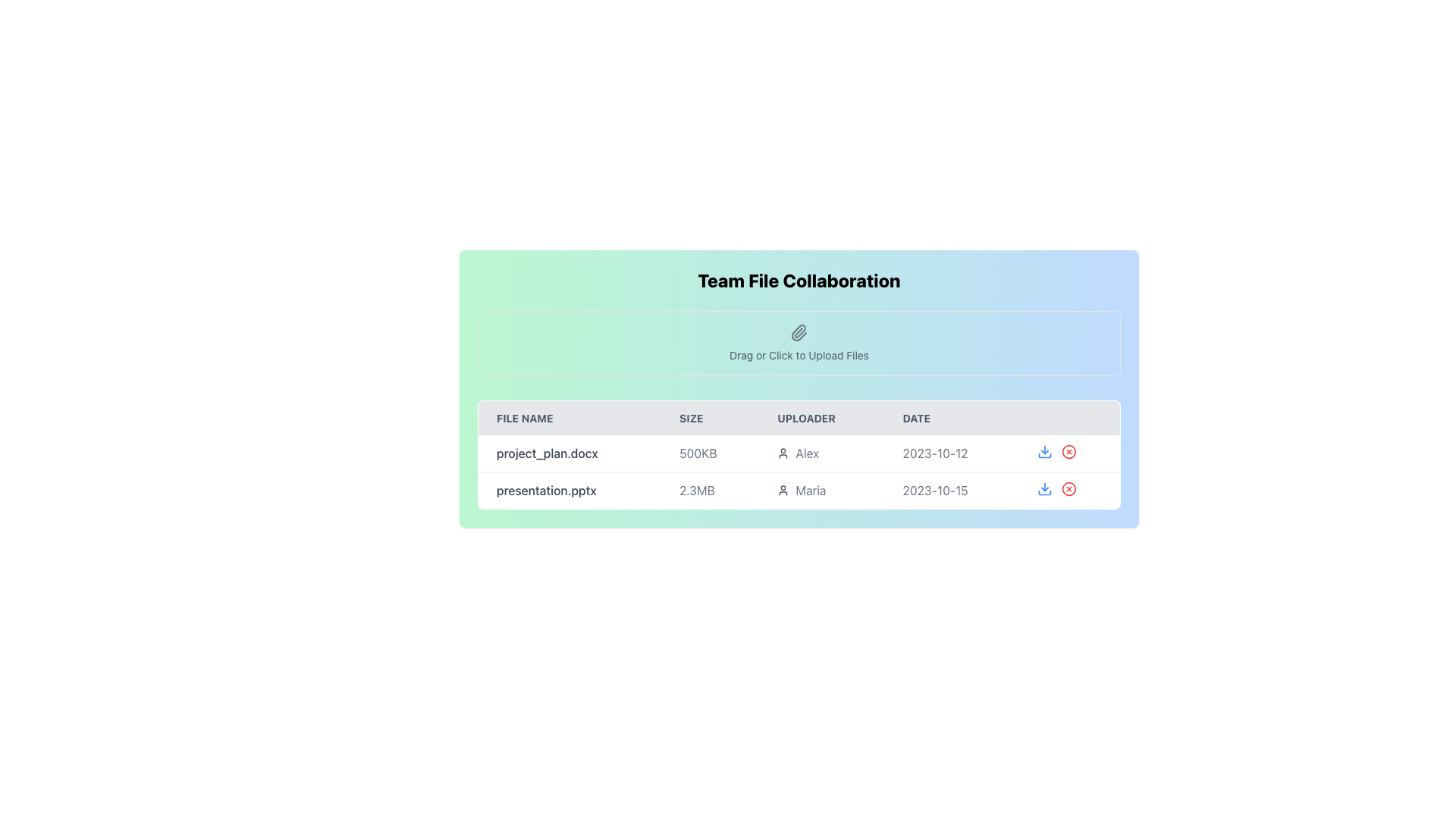 The width and height of the screenshot is (1456, 819). Describe the element at coordinates (1068, 451) in the screenshot. I see `the red circular delete button with a white 'X' symbol, located in the last column of the table next to the '2023-10-12' date entry and to the right of the download button for the file 'project_plan.docx'` at that location.